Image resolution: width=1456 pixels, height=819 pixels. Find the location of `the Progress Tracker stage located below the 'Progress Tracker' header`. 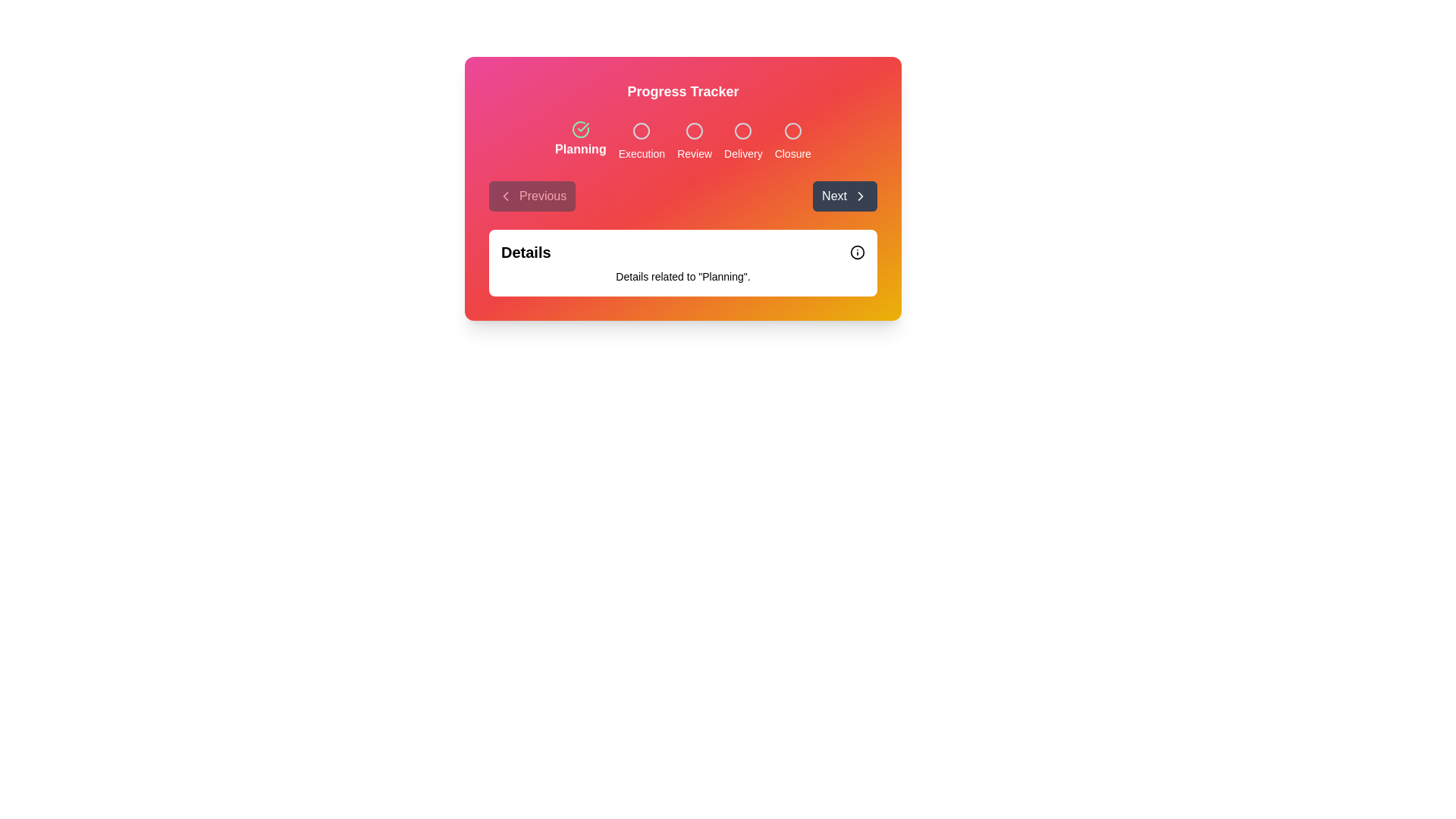

the Progress Tracker stage located below the 'Progress Tracker' header is located at coordinates (682, 141).